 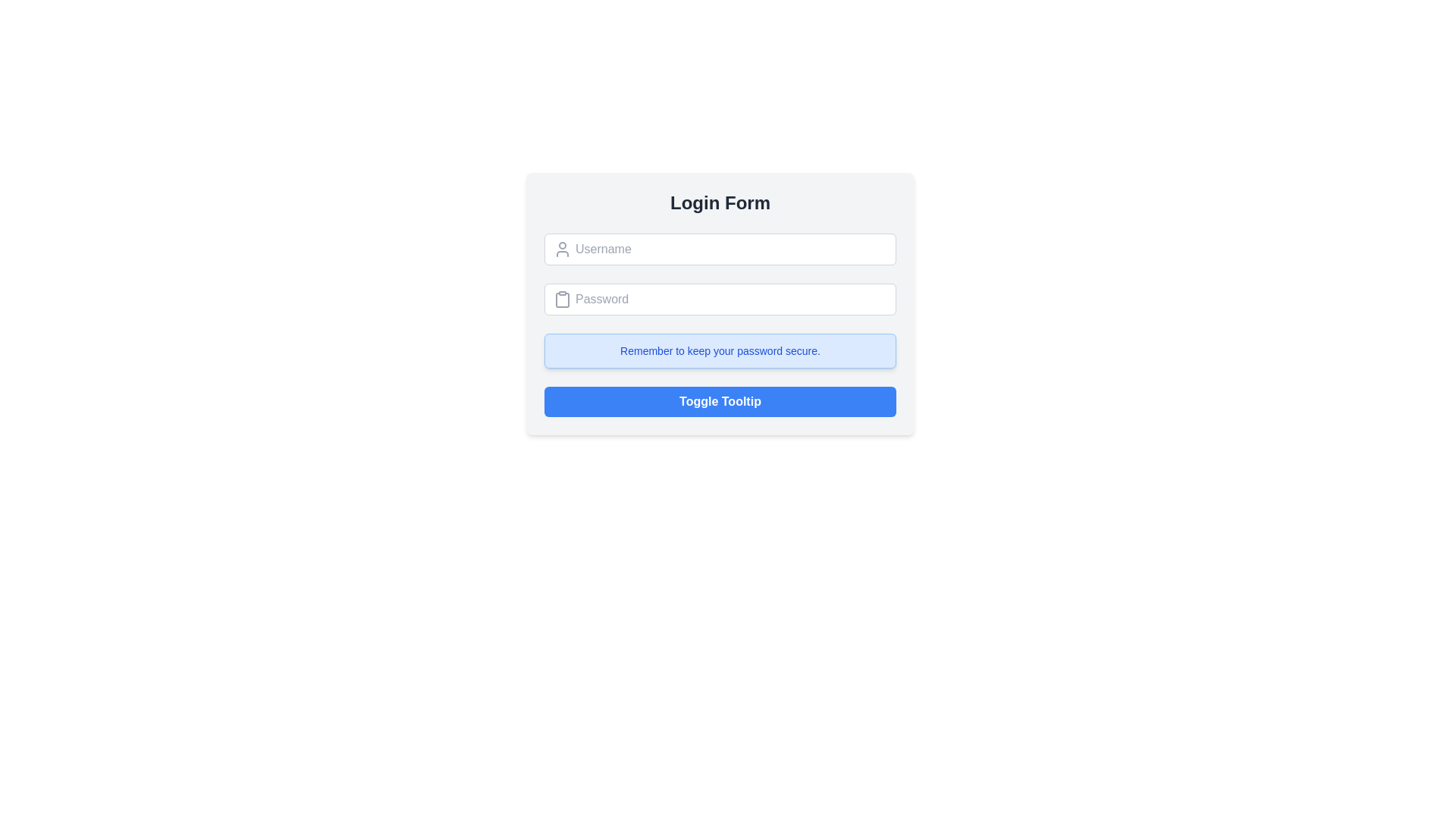 I want to click on the static informational box with a light blue background that contains the message 'Remember to keep your password secure.', so click(x=720, y=350).